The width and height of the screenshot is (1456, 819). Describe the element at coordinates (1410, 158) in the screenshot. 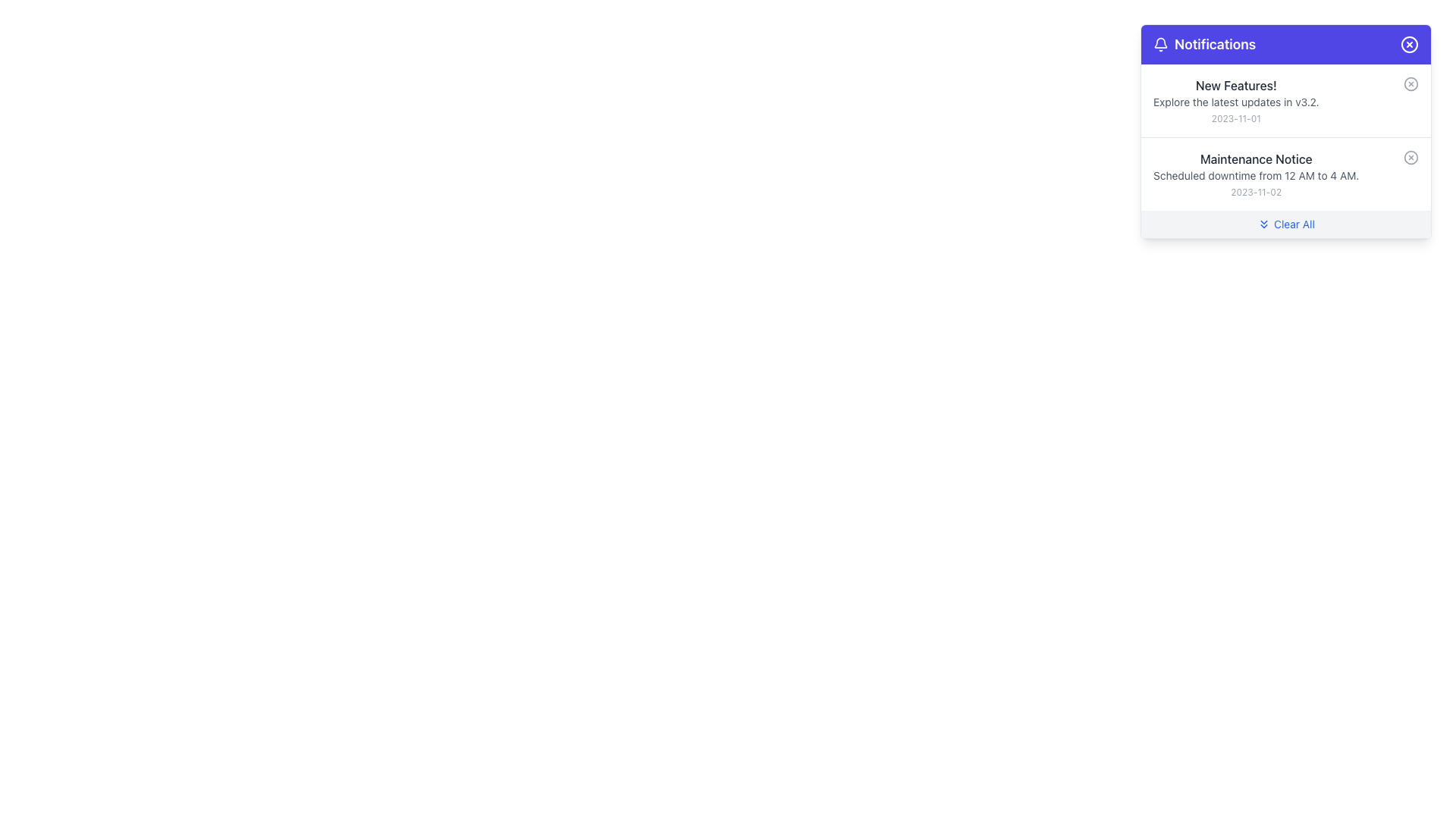

I see `the dismiss button located on the far-right side of the 'Maintenance Notice' entry in the notification panel` at that location.